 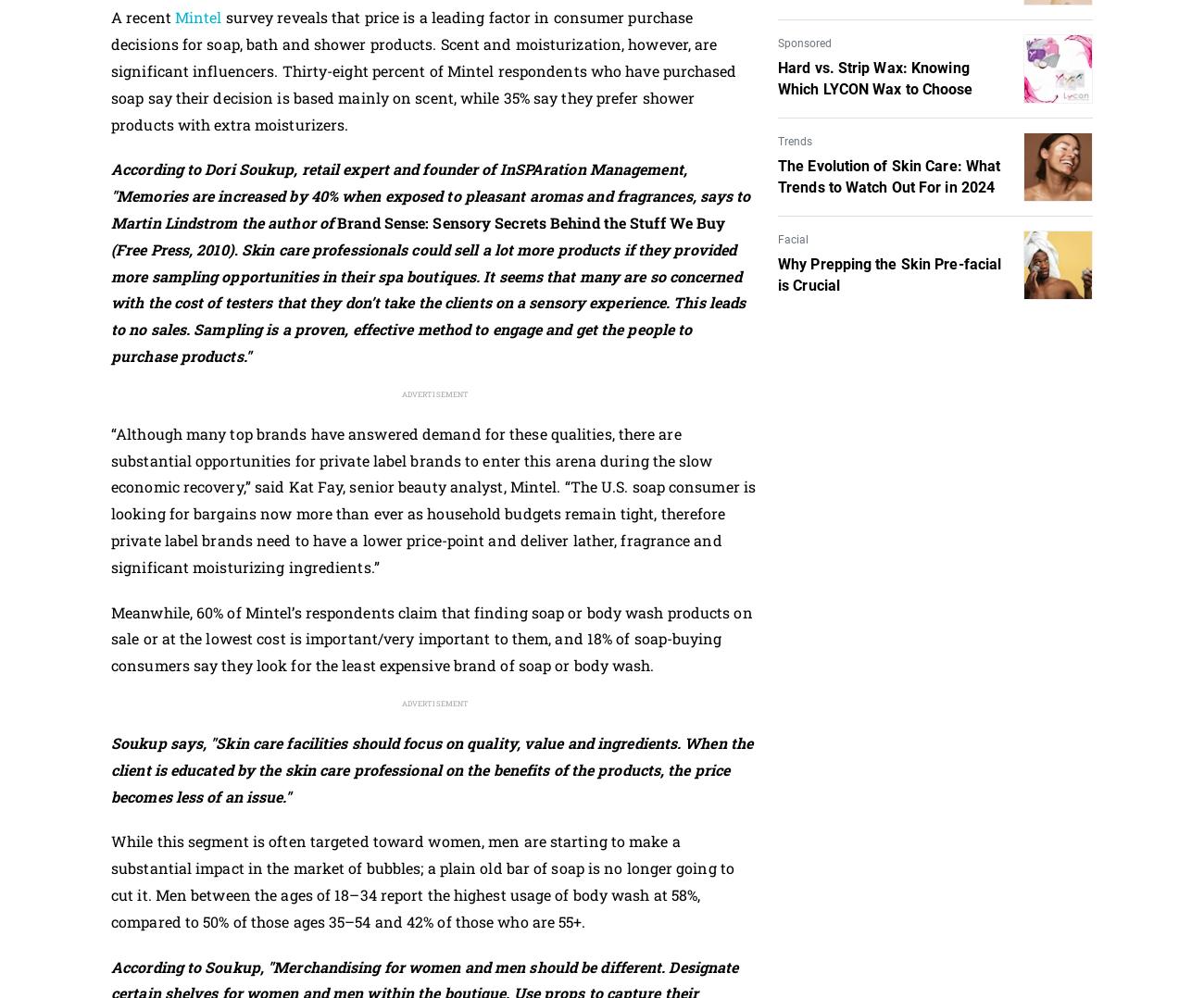 What do you see at coordinates (889, 274) in the screenshot?
I see `'Why Prepping the Skin Pre-facial is Crucial'` at bounding box center [889, 274].